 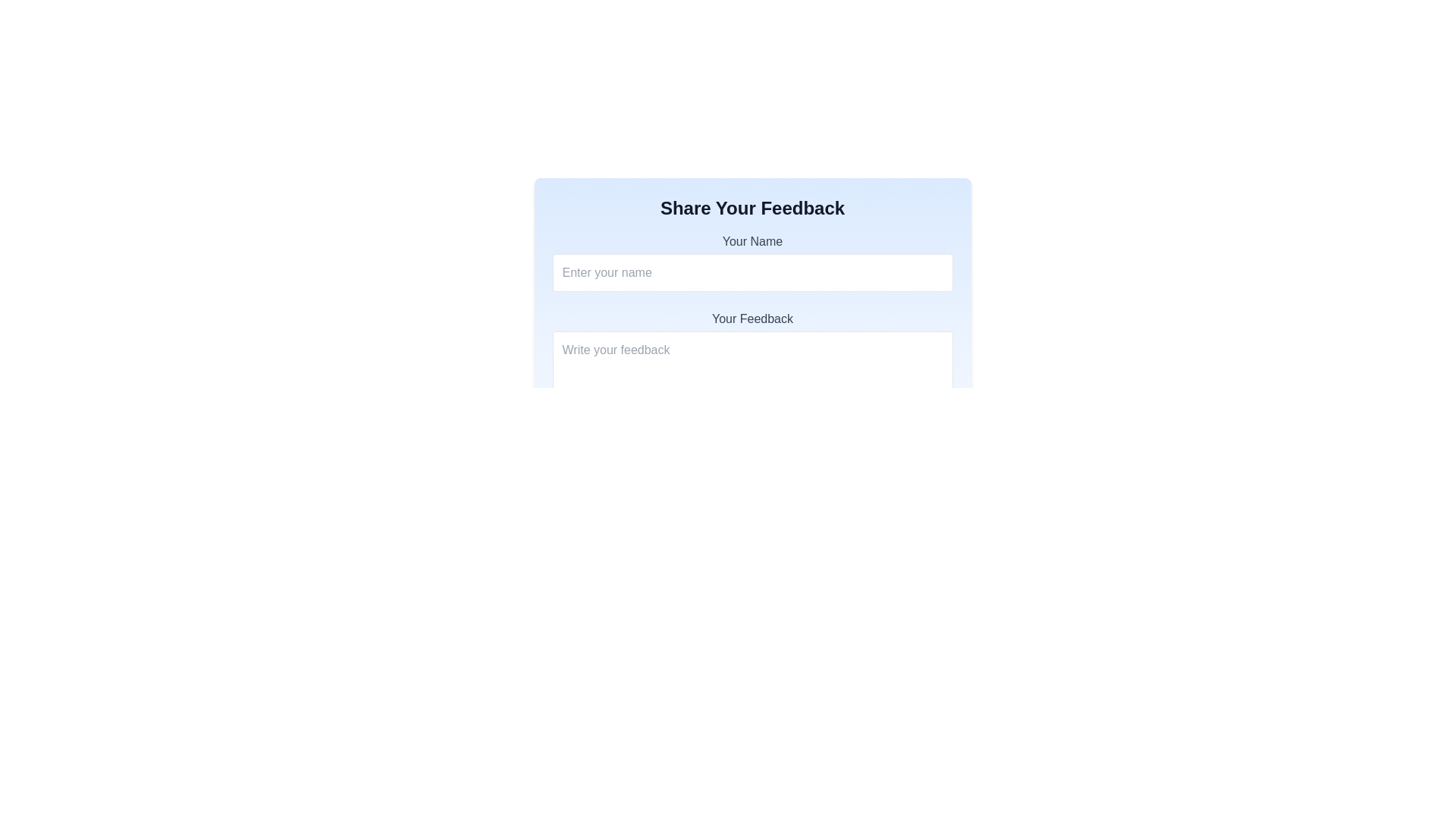 I want to click on label that describes the purpose of the feedback text input field, positioned above it and below the 'Your Name' input, so click(x=752, y=318).